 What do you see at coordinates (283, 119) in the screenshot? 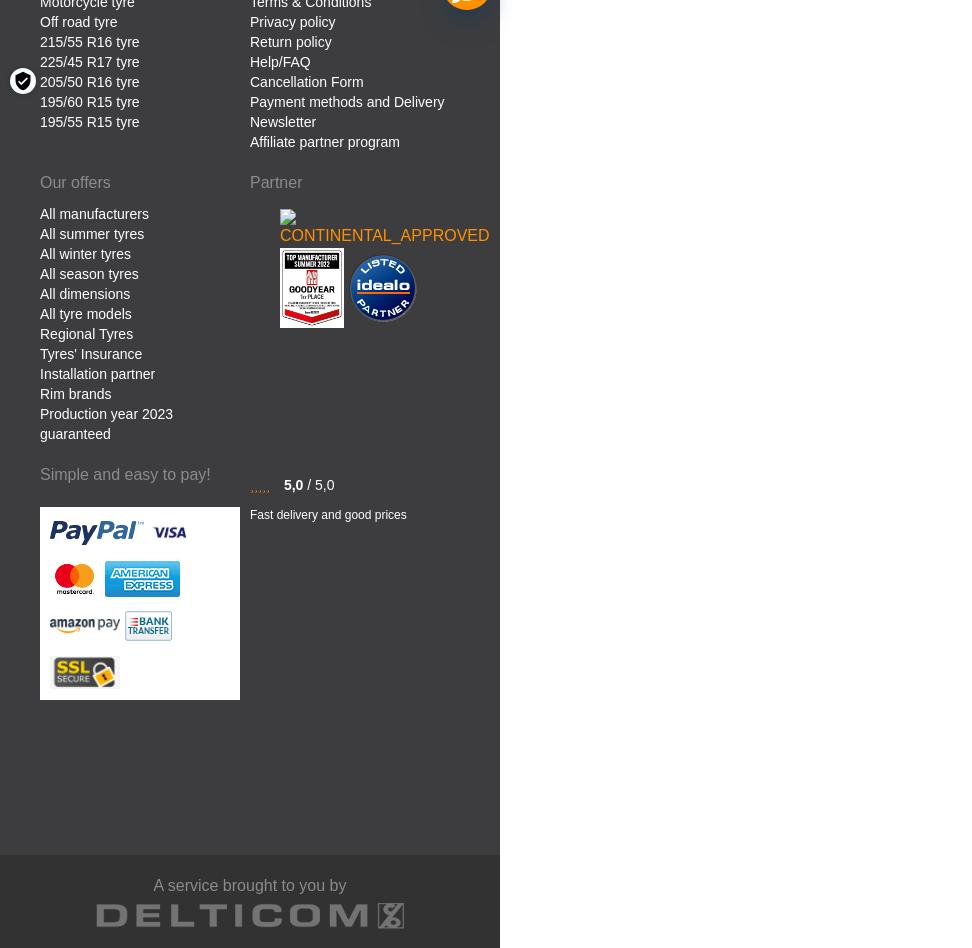
I see `'Newsletter'` at bounding box center [283, 119].